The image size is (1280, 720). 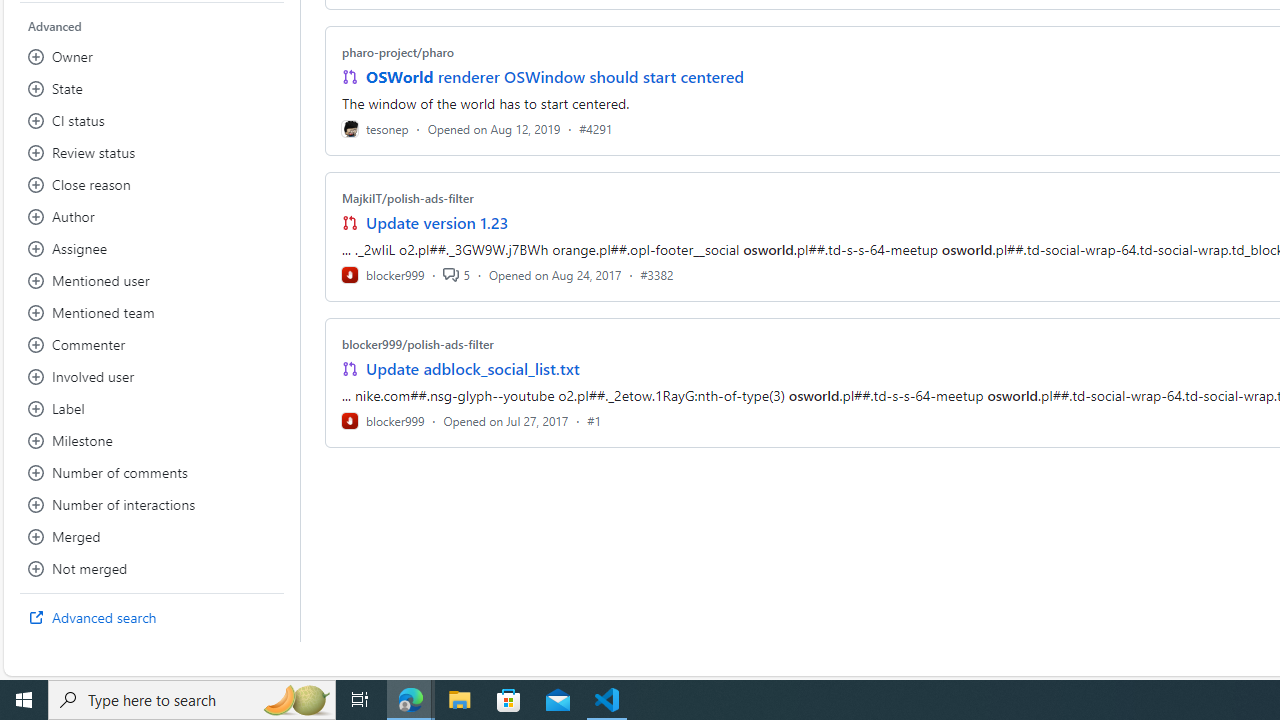 I want to click on '#1', so click(x=593, y=419).